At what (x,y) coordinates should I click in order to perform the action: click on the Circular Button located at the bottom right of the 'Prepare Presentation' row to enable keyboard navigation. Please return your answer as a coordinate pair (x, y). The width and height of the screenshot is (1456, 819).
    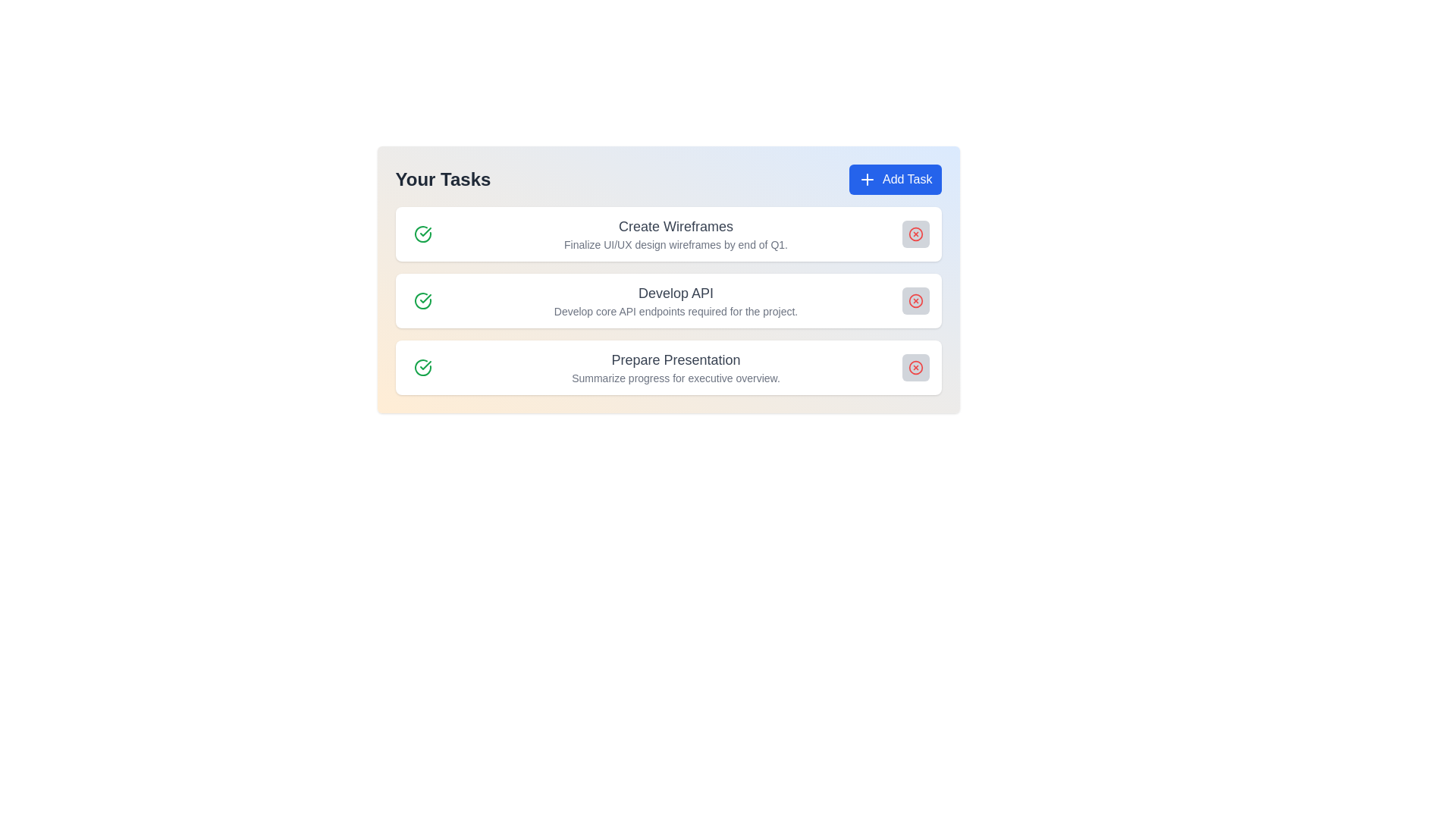
    Looking at the image, I should click on (915, 368).